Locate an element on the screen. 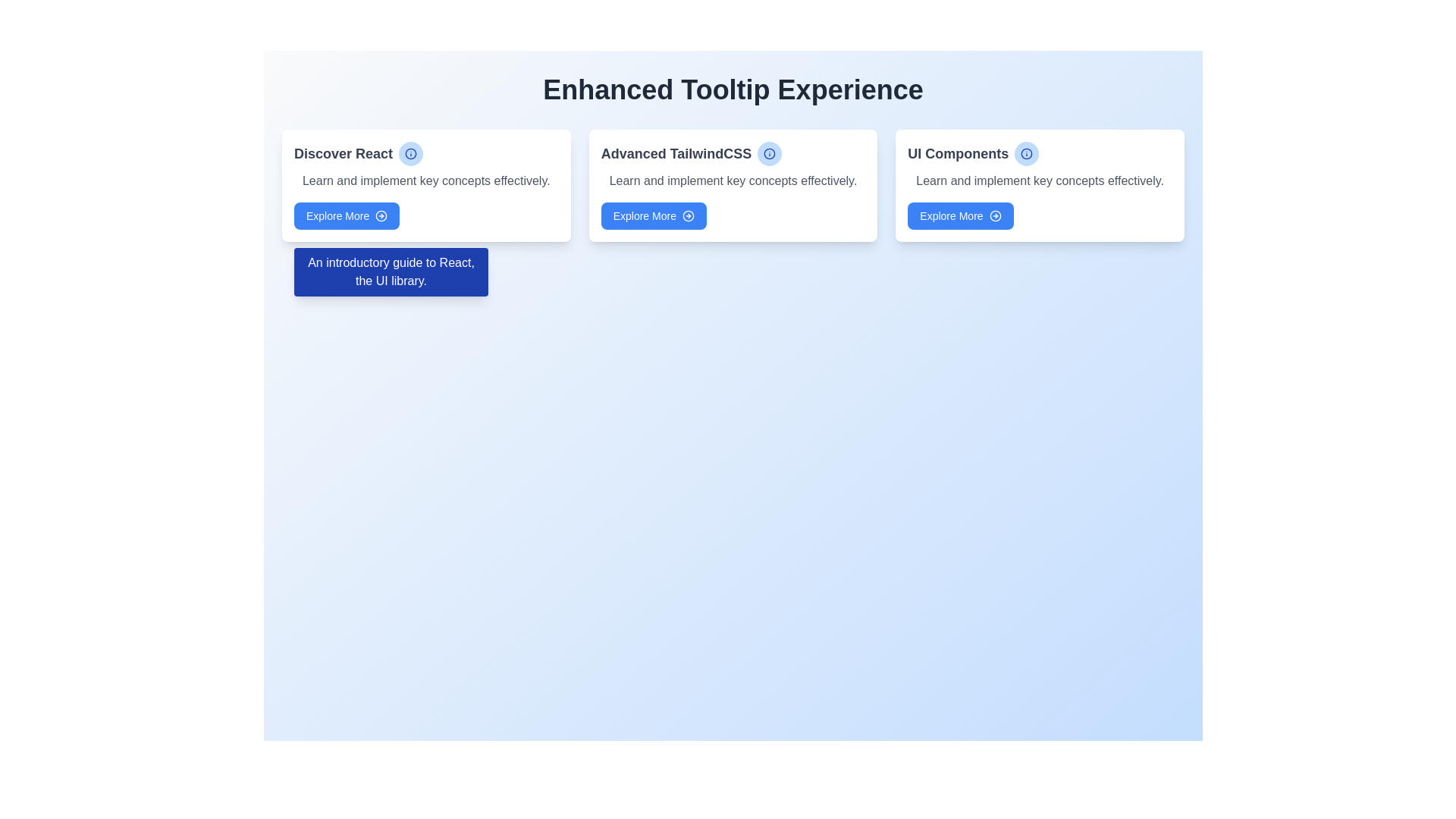  the static text element that reads 'Learn and implement key concepts effectively.' which is styled in gray and positioned between the heading 'UI Components' and the button 'Explore More' is located at coordinates (1039, 180).